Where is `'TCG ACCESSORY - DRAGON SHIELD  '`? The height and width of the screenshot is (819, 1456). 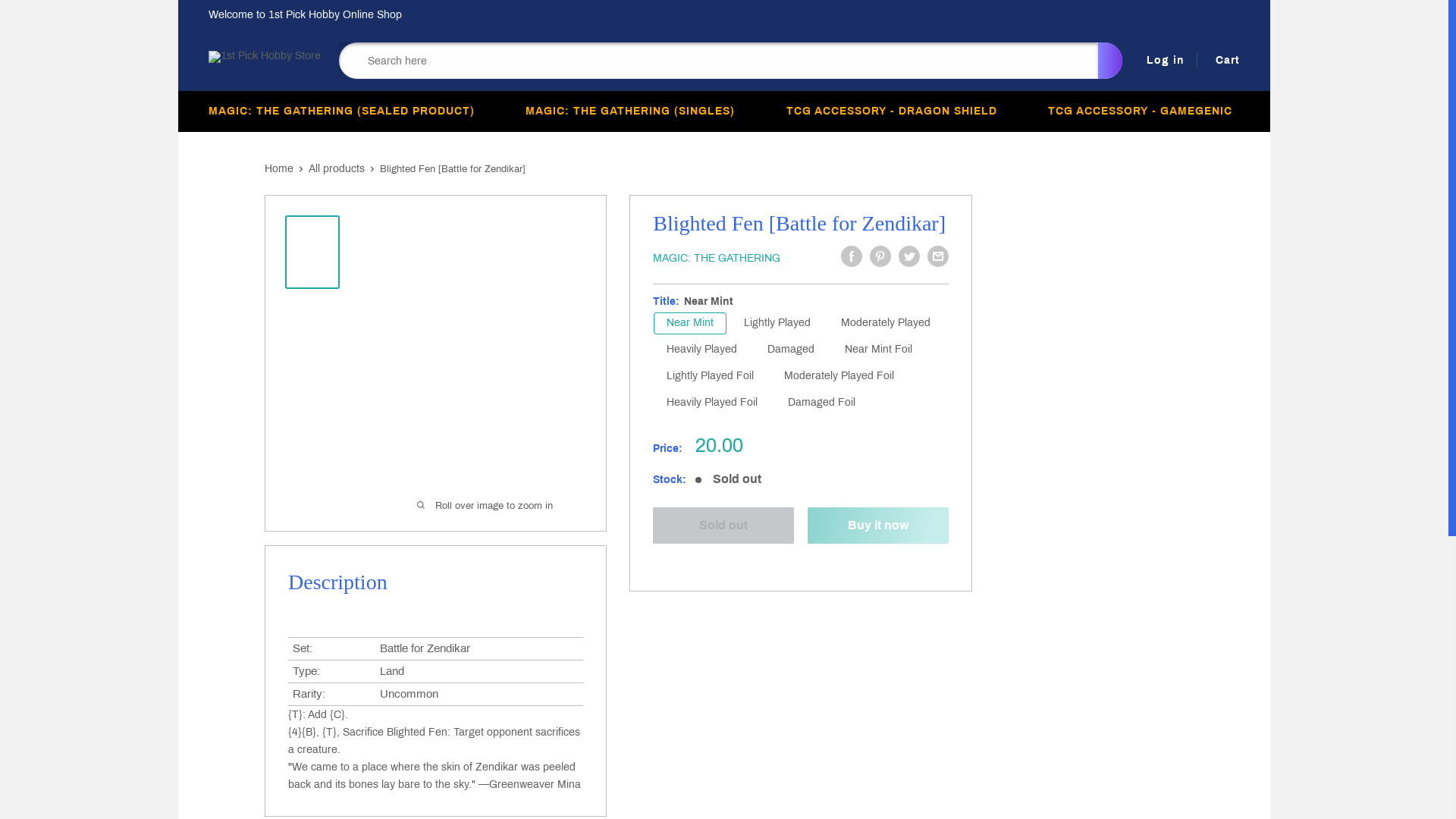 'TCG ACCESSORY - DRAGON SHIELD  ' is located at coordinates (895, 110).